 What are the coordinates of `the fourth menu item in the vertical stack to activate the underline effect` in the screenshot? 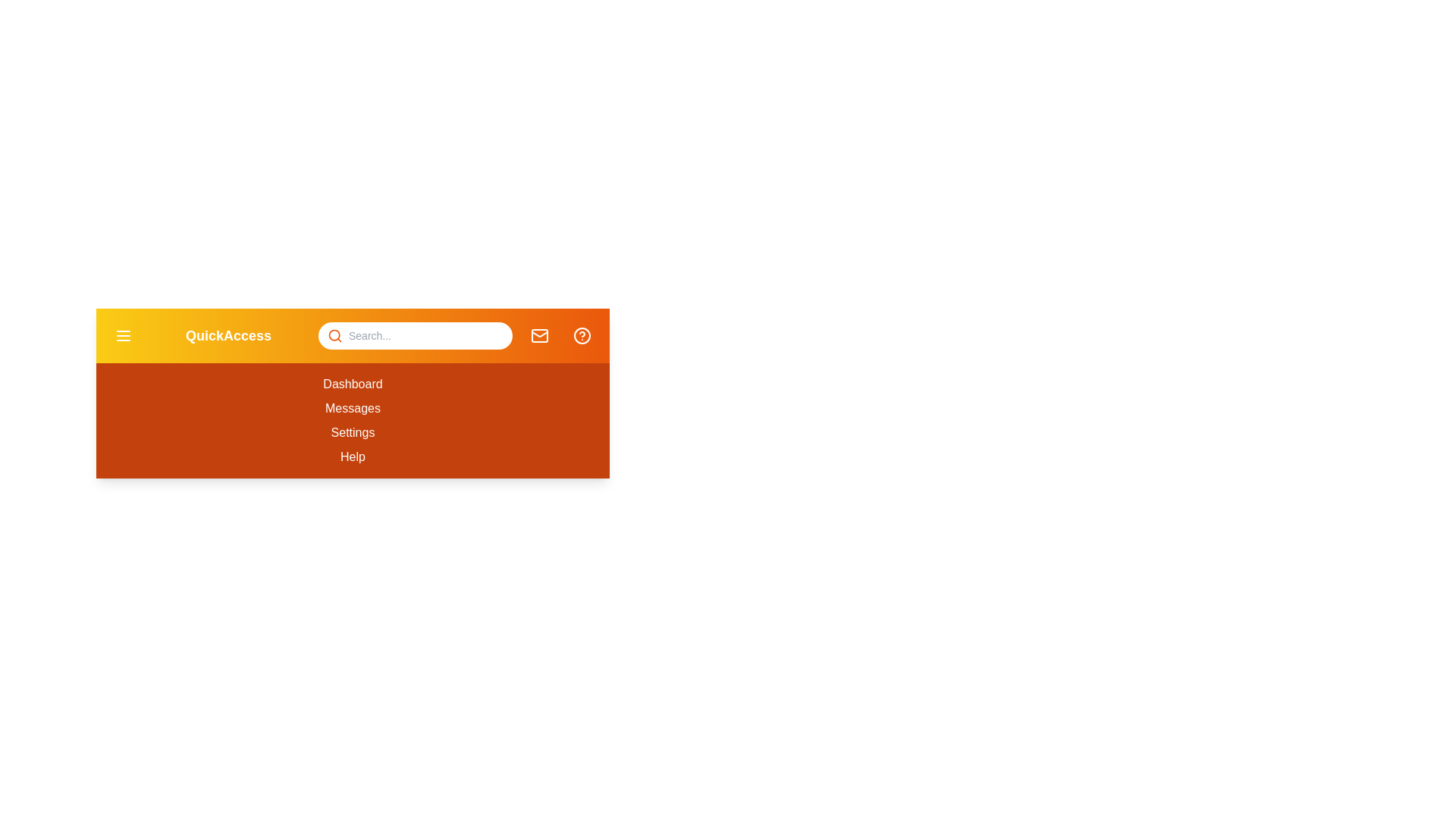 It's located at (352, 456).